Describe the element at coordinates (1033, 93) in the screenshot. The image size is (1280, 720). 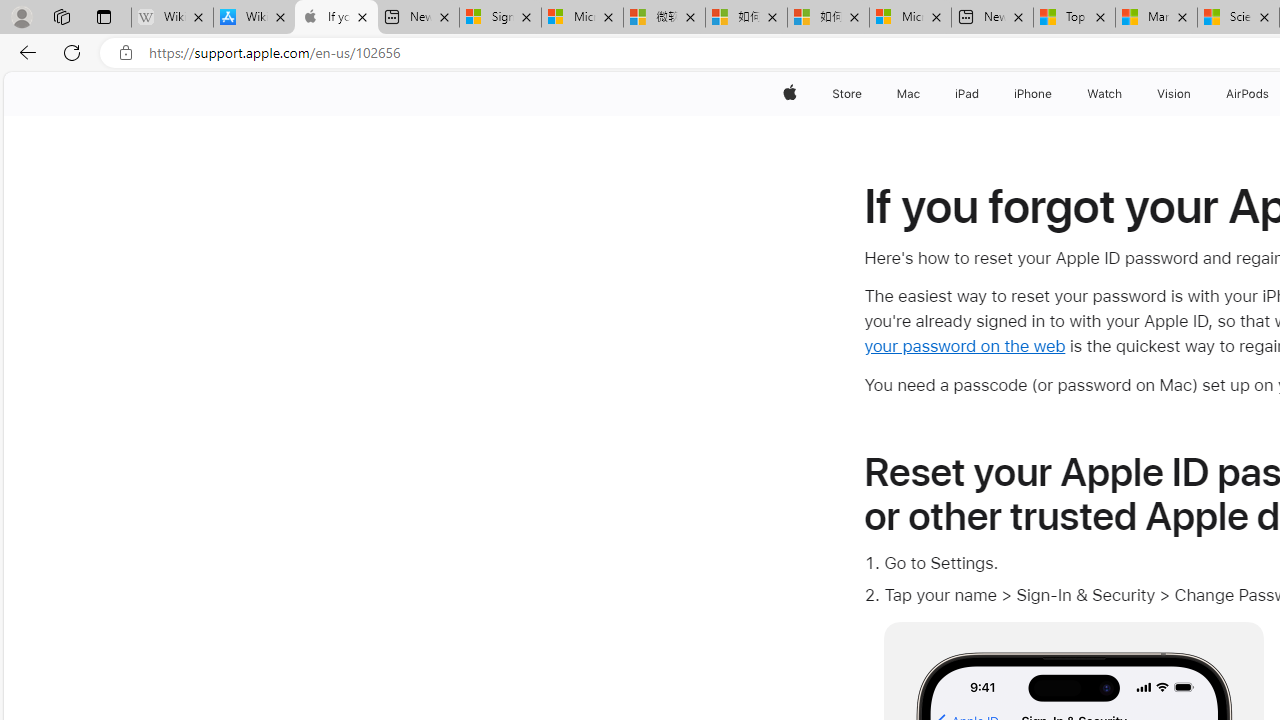
I see `'iPhone'` at that location.